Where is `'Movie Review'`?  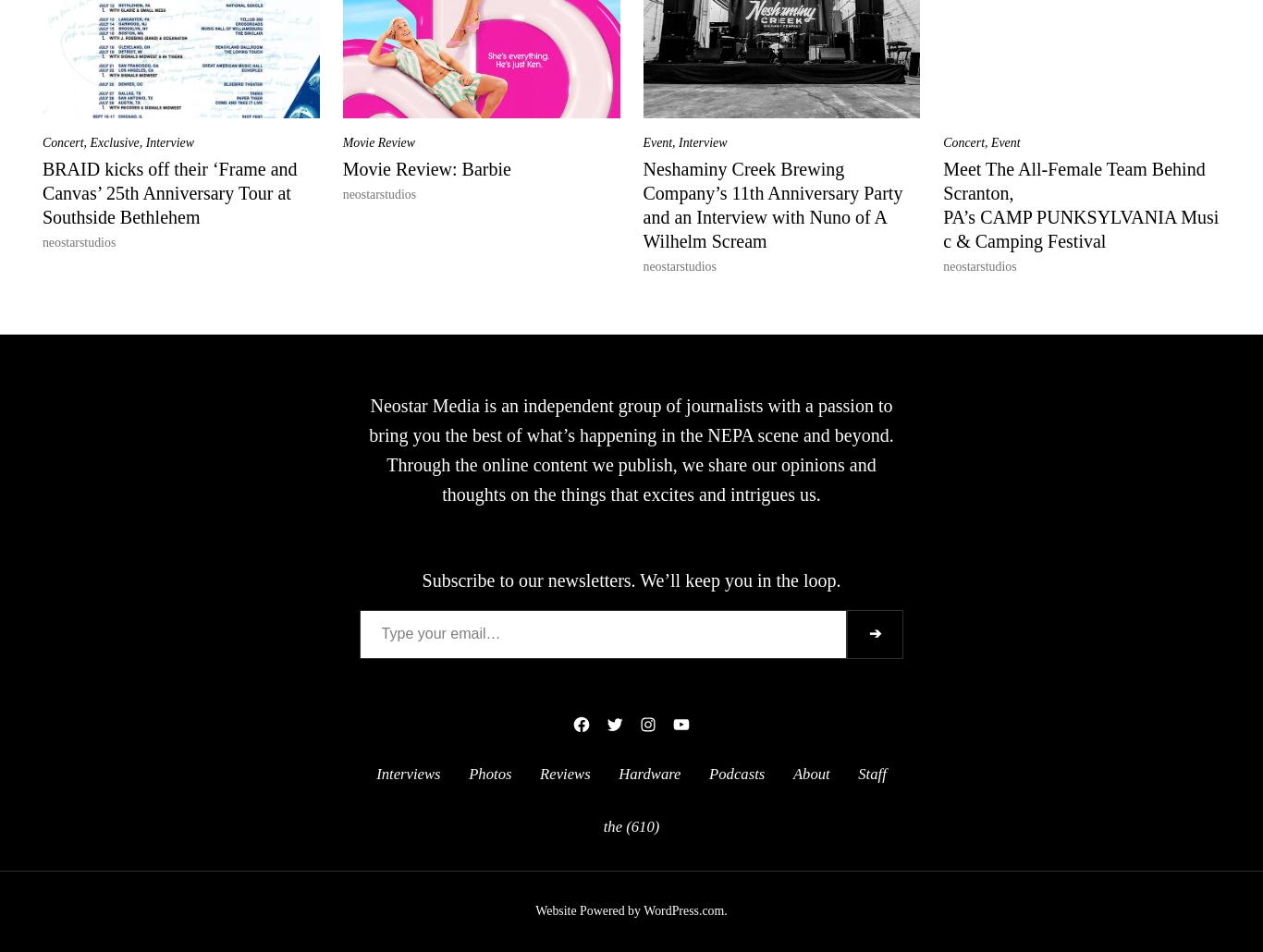 'Movie Review' is located at coordinates (376, 141).